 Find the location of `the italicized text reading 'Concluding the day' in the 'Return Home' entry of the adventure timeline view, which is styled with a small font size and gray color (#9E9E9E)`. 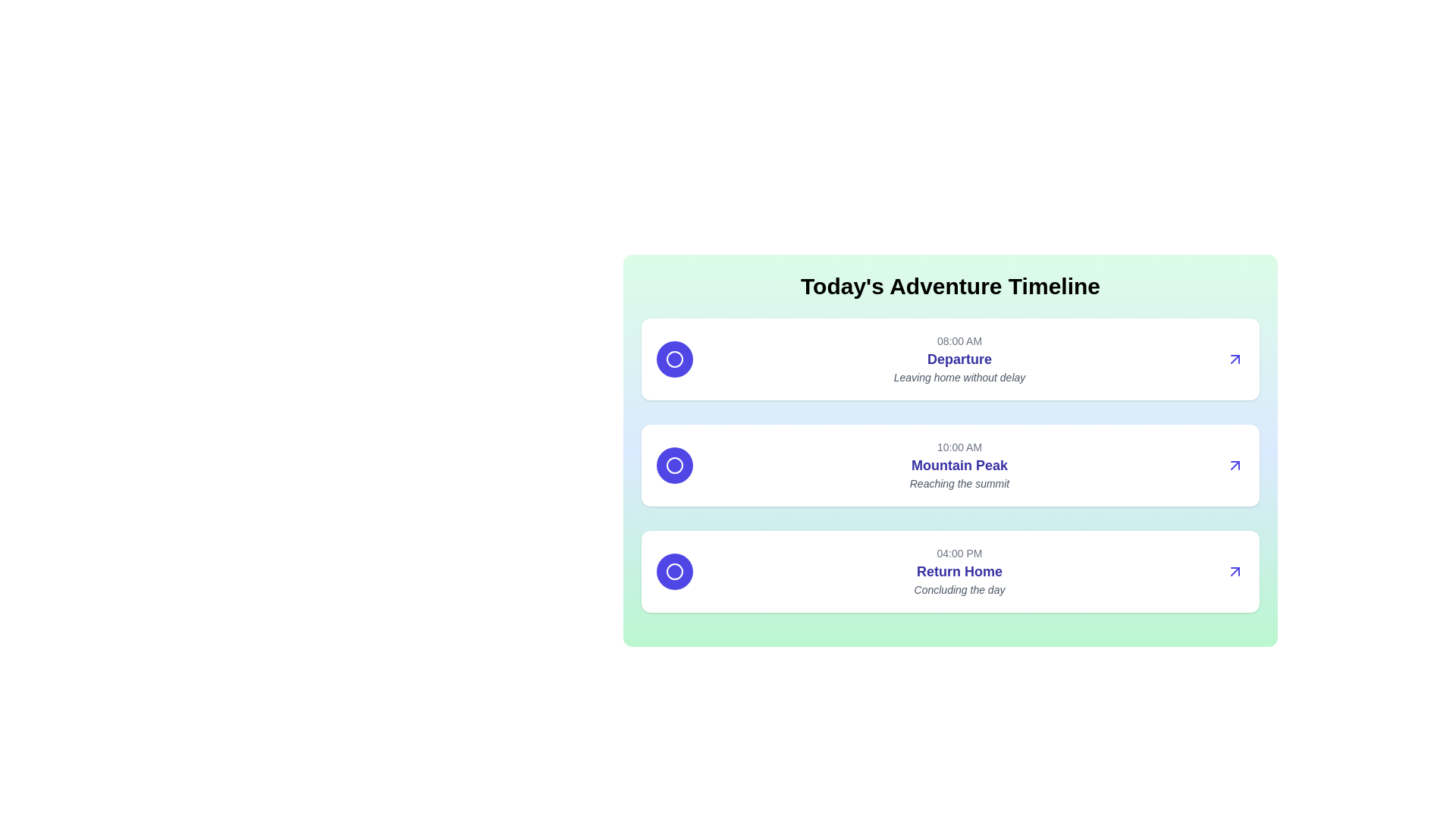

the italicized text reading 'Concluding the day' in the 'Return Home' entry of the adventure timeline view, which is styled with a small font size and gray color (#9E9E9E) is located at coordinates (959, 589).